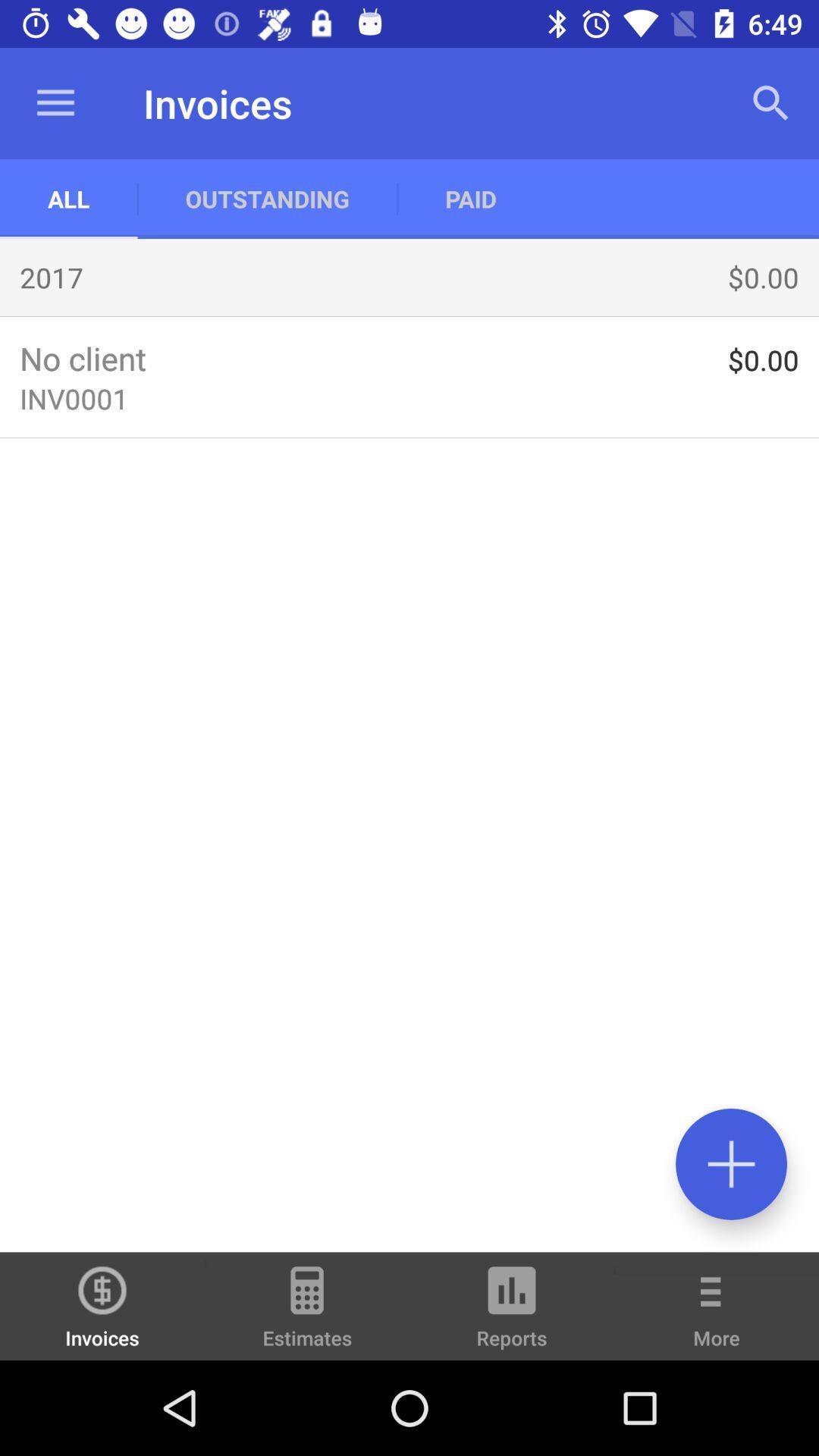 Image resolution: width=819 pixels, height=1456 pixels. I want to click on more, so click(717, 1316).